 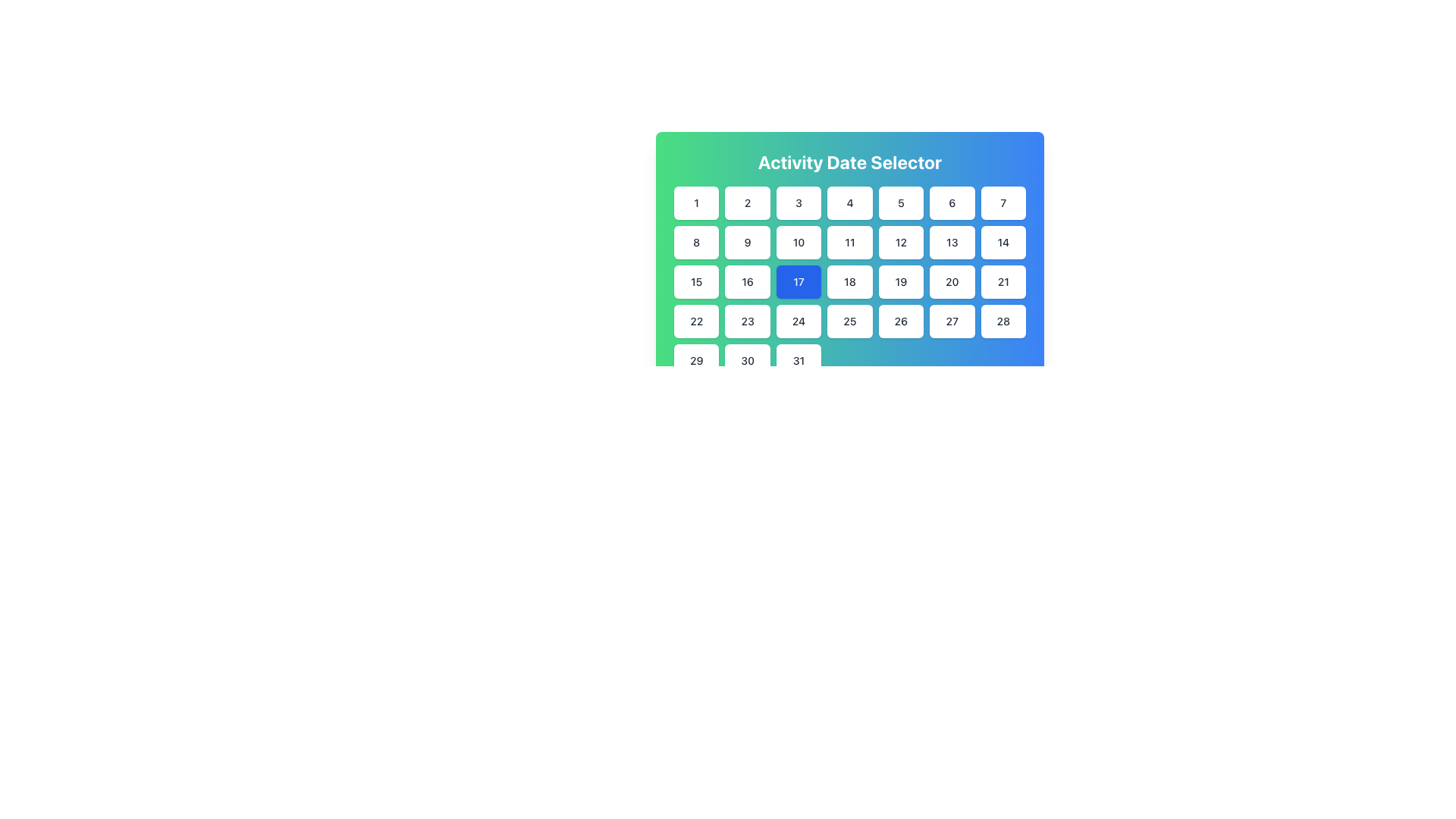 What do you see at coordinates (695, 321) in the screenshot?
I see `the button with the numeric text '22'` at bounding box center [695, 321].